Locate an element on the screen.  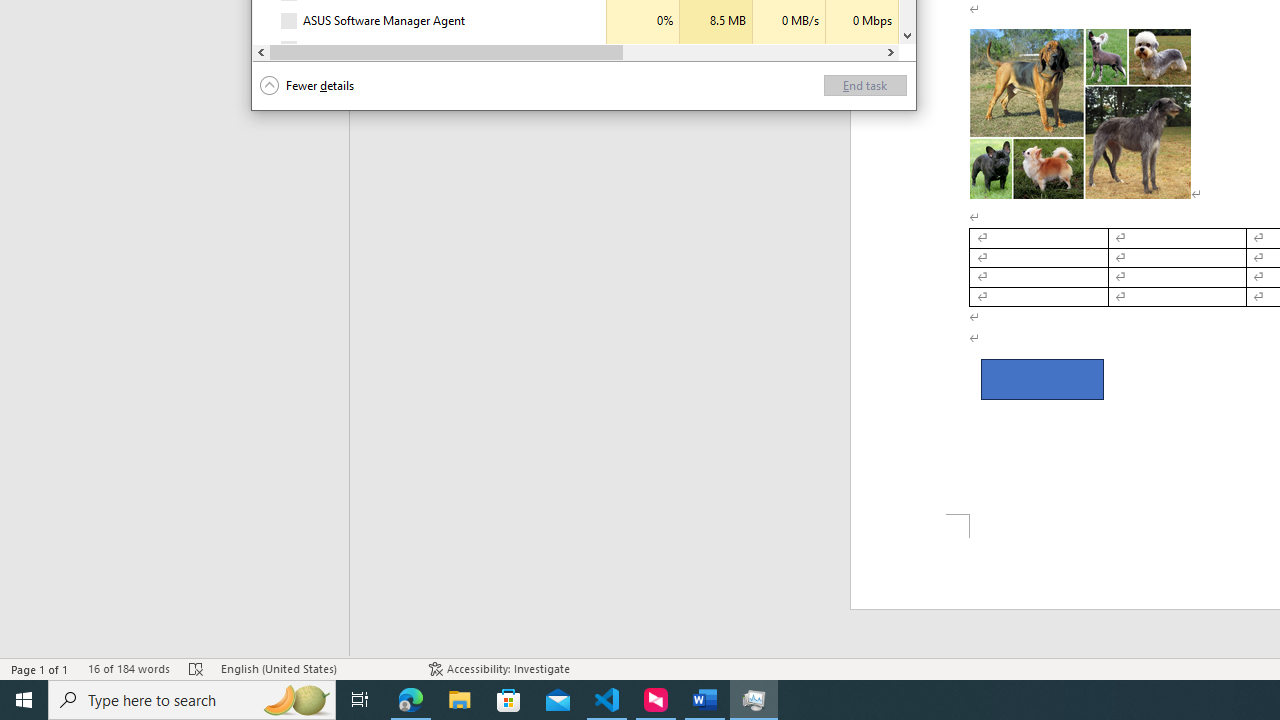
'Visual Studio Code - 1 running window' is located at coordinates (606, 698).